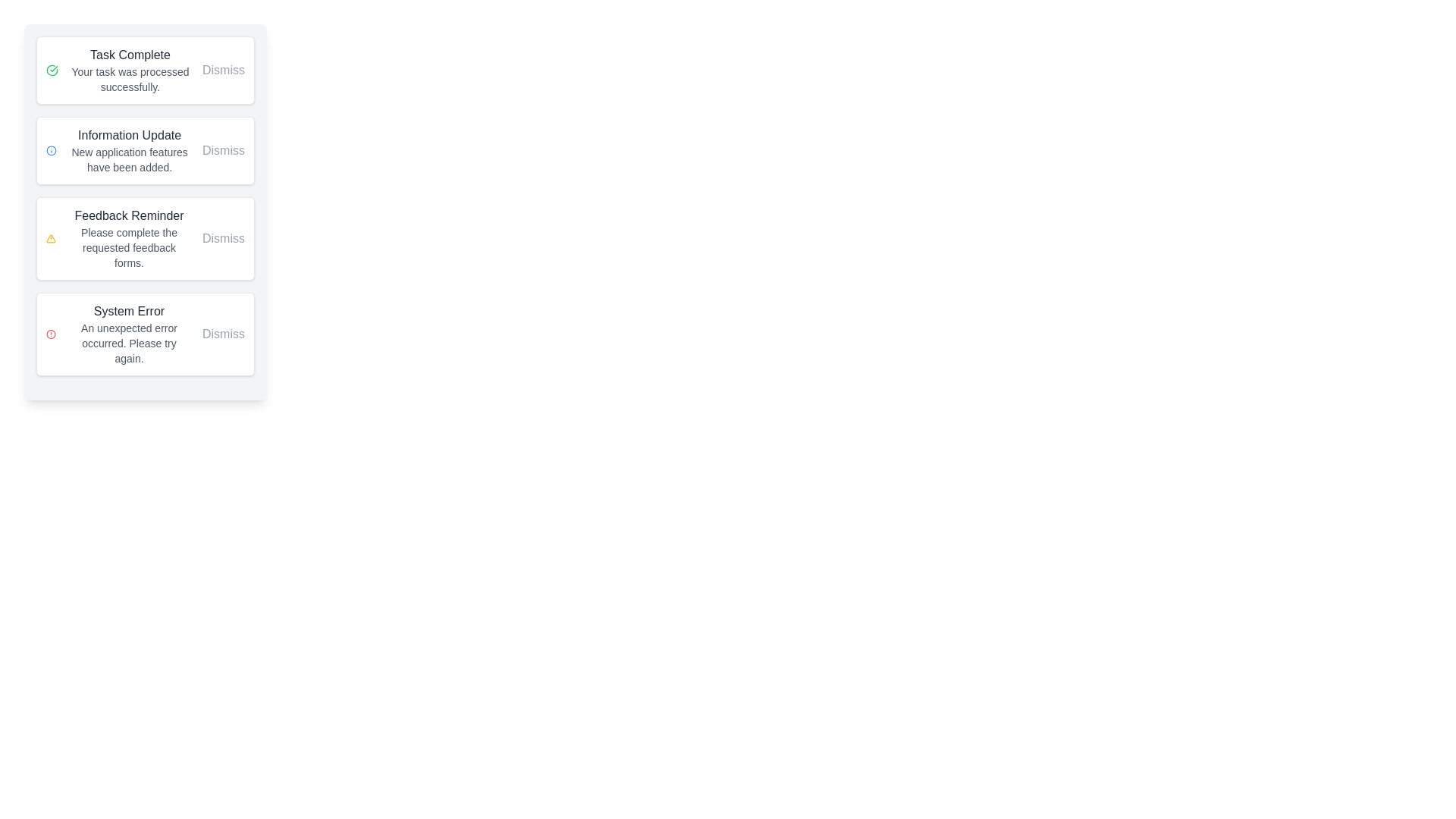  I want to click on the Text Header element labeled 'Feedback Reminder', which is styled with a medium font weight and dark gray color, located at the top of the third notification box, so click(129, 216).